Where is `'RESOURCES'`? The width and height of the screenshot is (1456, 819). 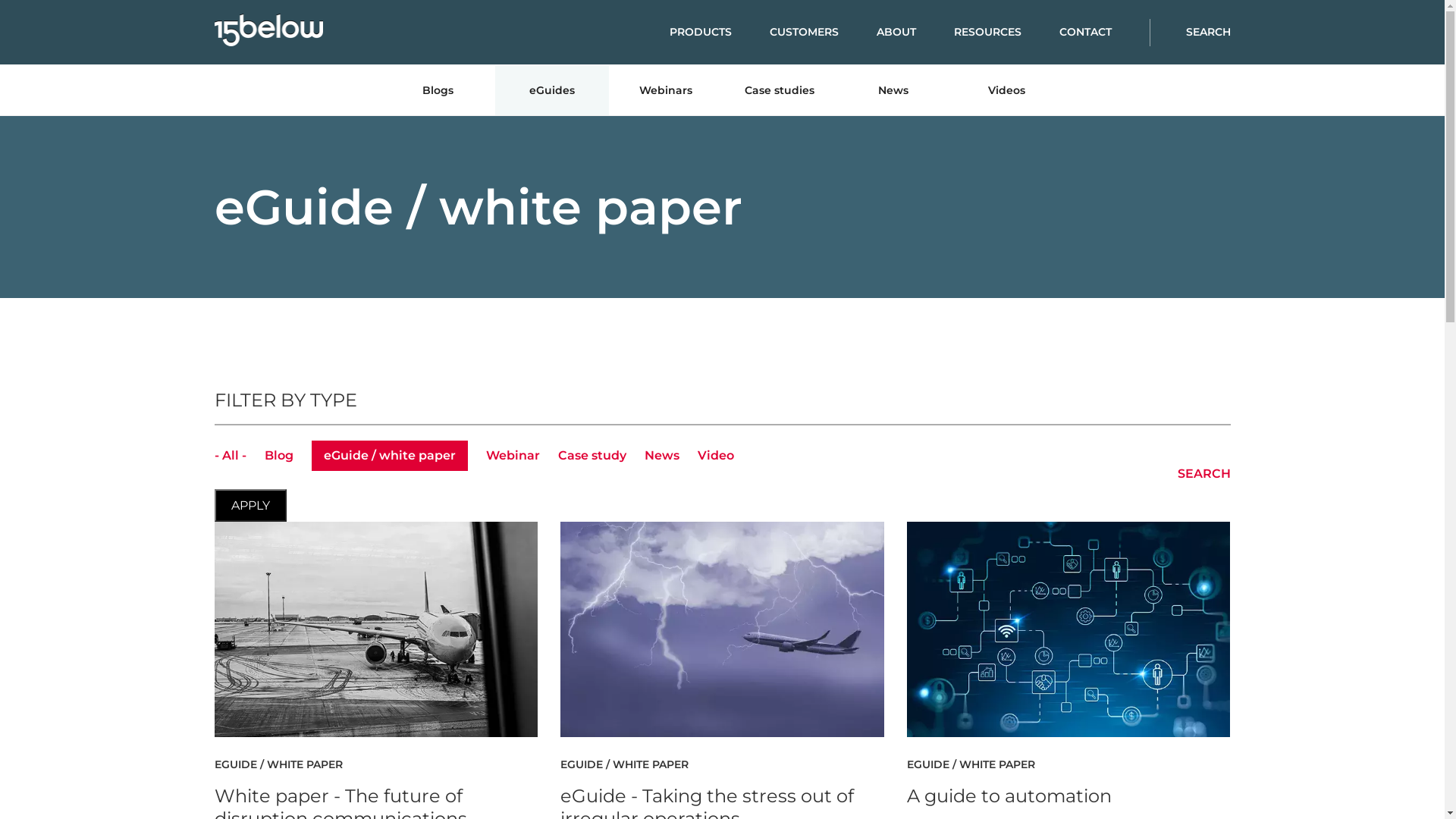 'RESOURCES' is located at coordinates (1006, 32).